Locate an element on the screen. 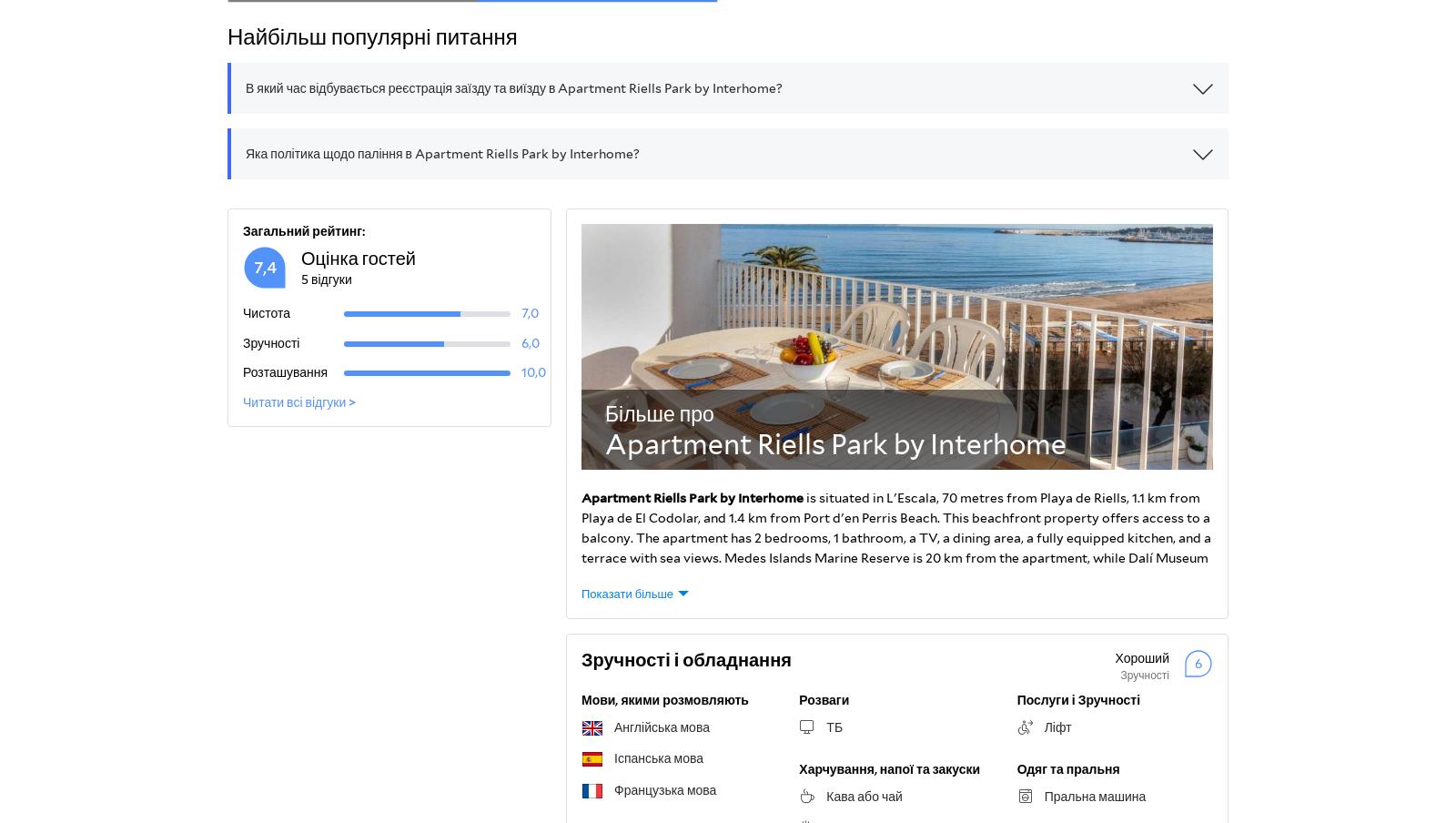  '7,4' is located at coordinates (264, 267).